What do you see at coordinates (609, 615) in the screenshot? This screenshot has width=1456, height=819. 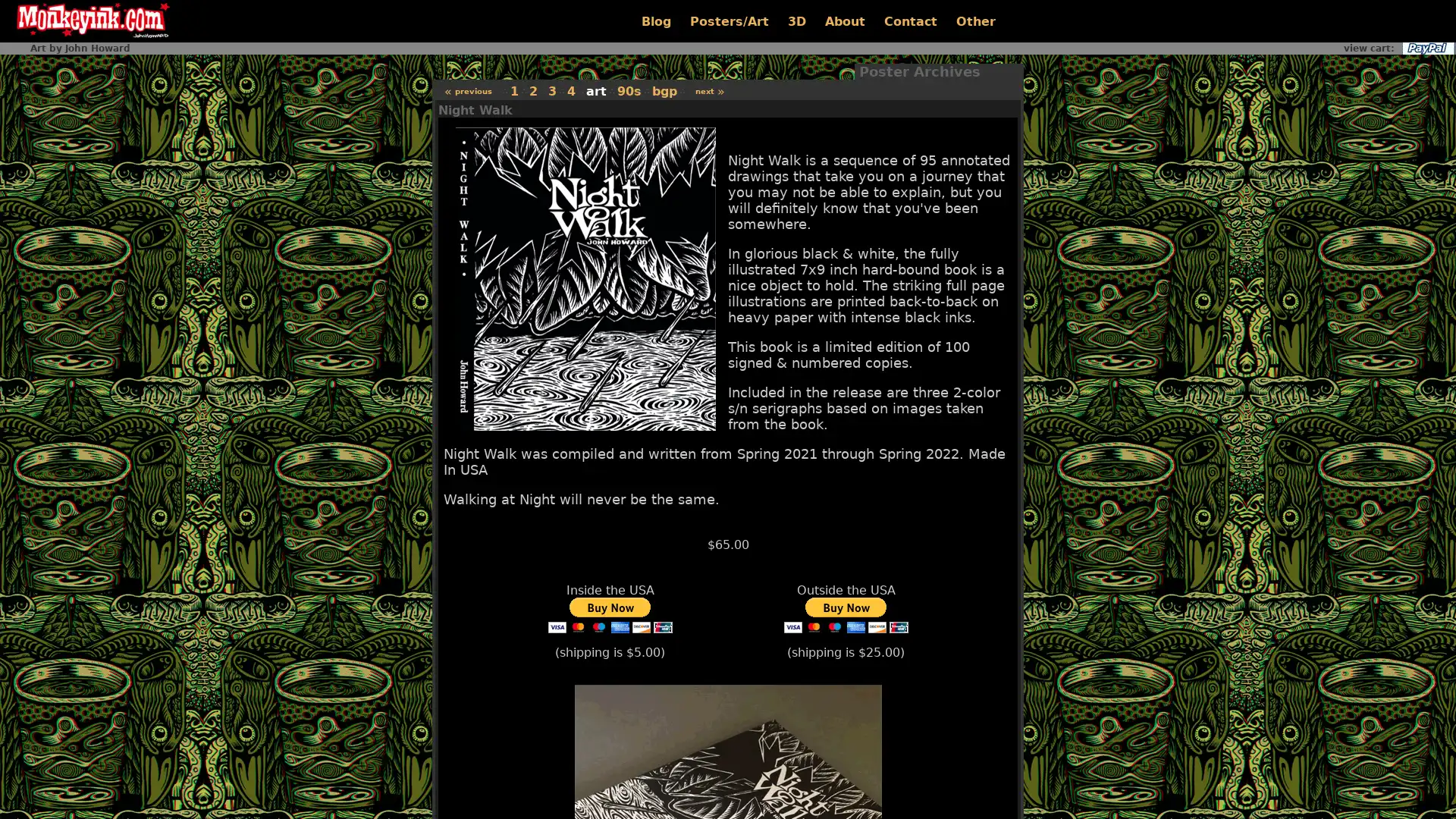 I see `PayPal - The safer, easier way to pay online!` at bounding box center [609, 615].